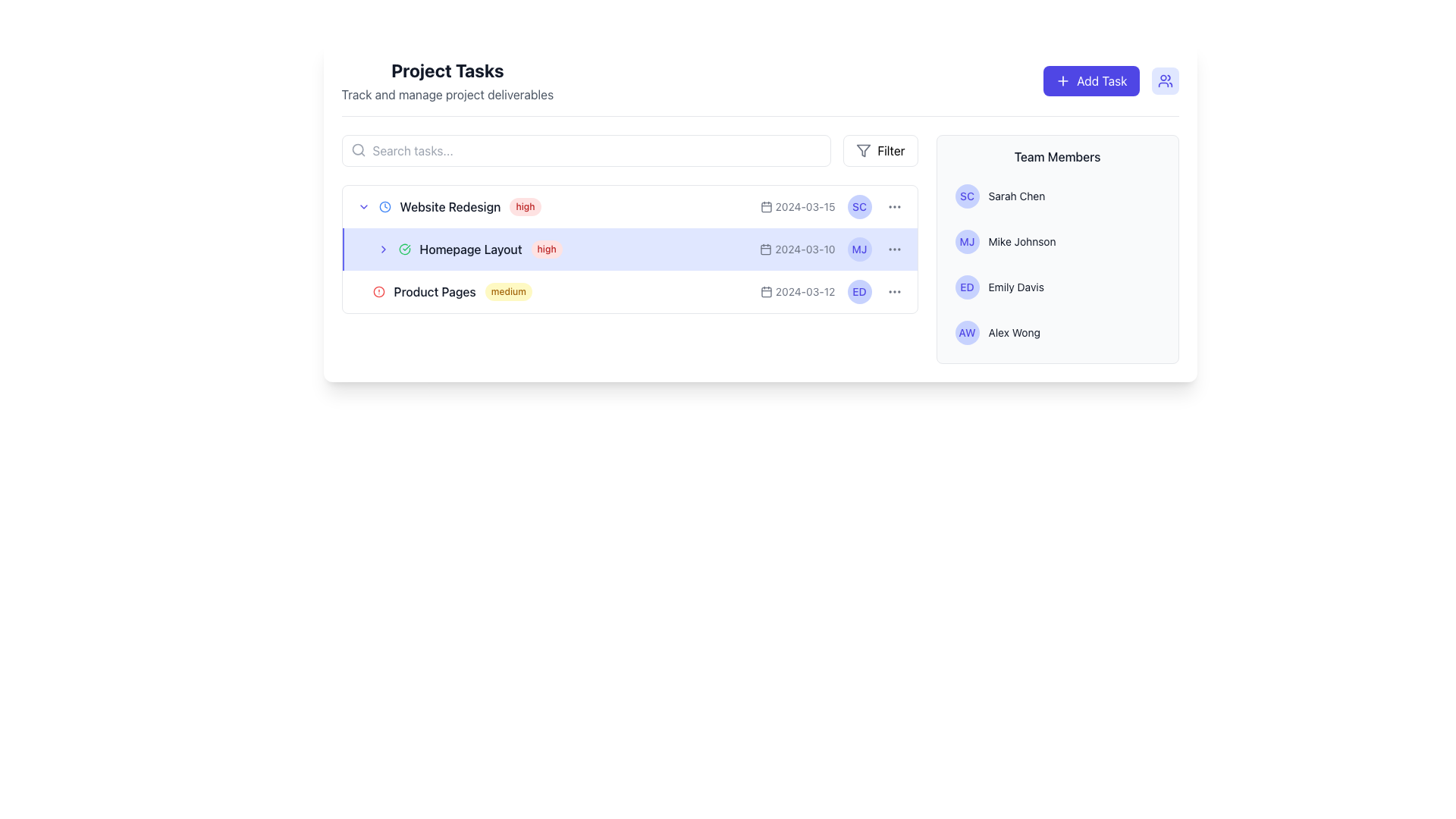 Image resolution: width=1456 pixels, height=819 pixels. Describe the element at coordinates (629, 292) in the screenshot. I see `the third task entry row under the 'Project Tasks' heading, which contains the text 'Product Pages', a yellow label marked 'medium', and a vertical ellipsis icon at the far right` at that location.